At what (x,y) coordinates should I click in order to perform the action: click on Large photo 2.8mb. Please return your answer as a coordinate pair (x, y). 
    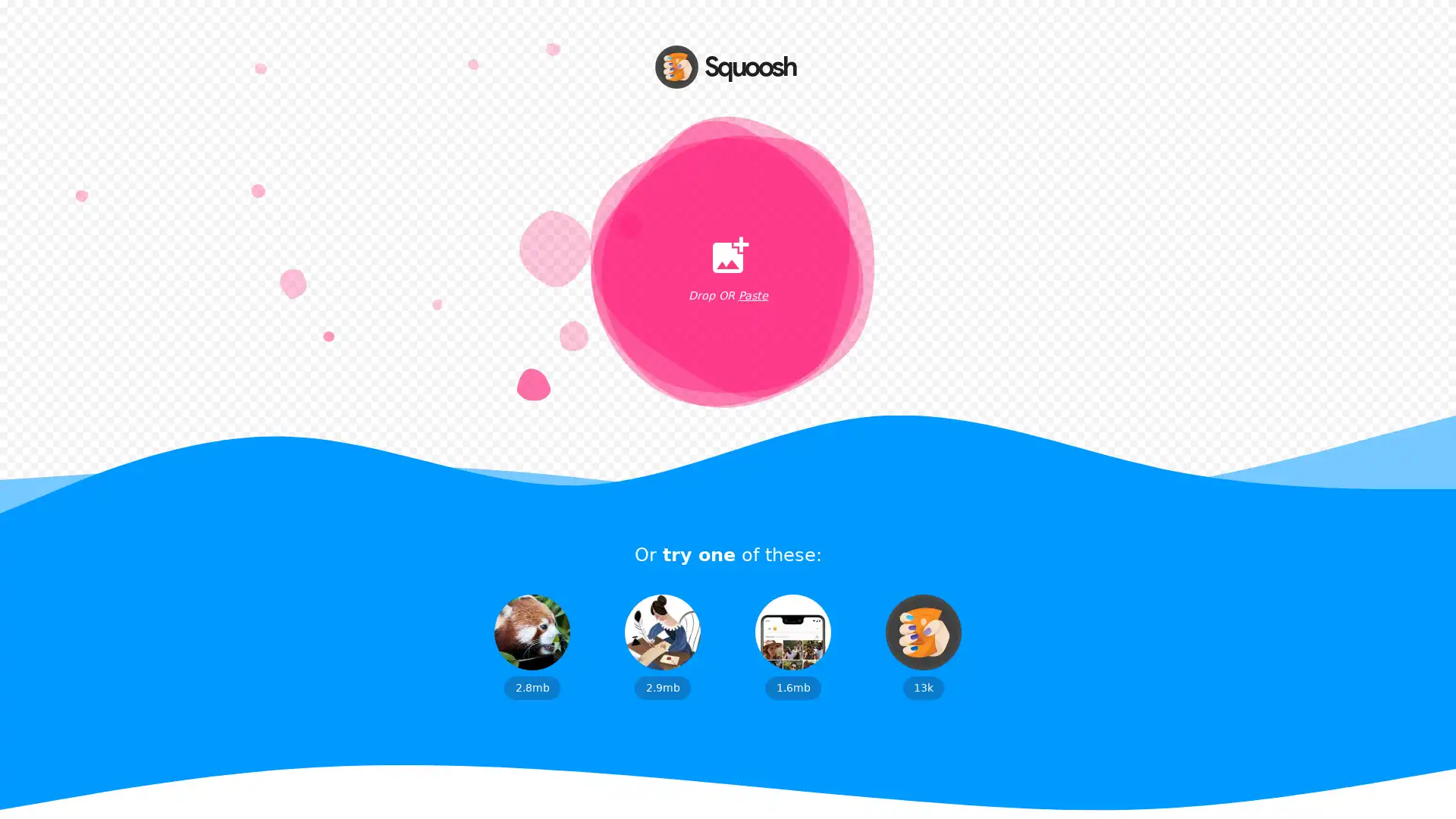
    Looking at the image, I should click on (532, 646).